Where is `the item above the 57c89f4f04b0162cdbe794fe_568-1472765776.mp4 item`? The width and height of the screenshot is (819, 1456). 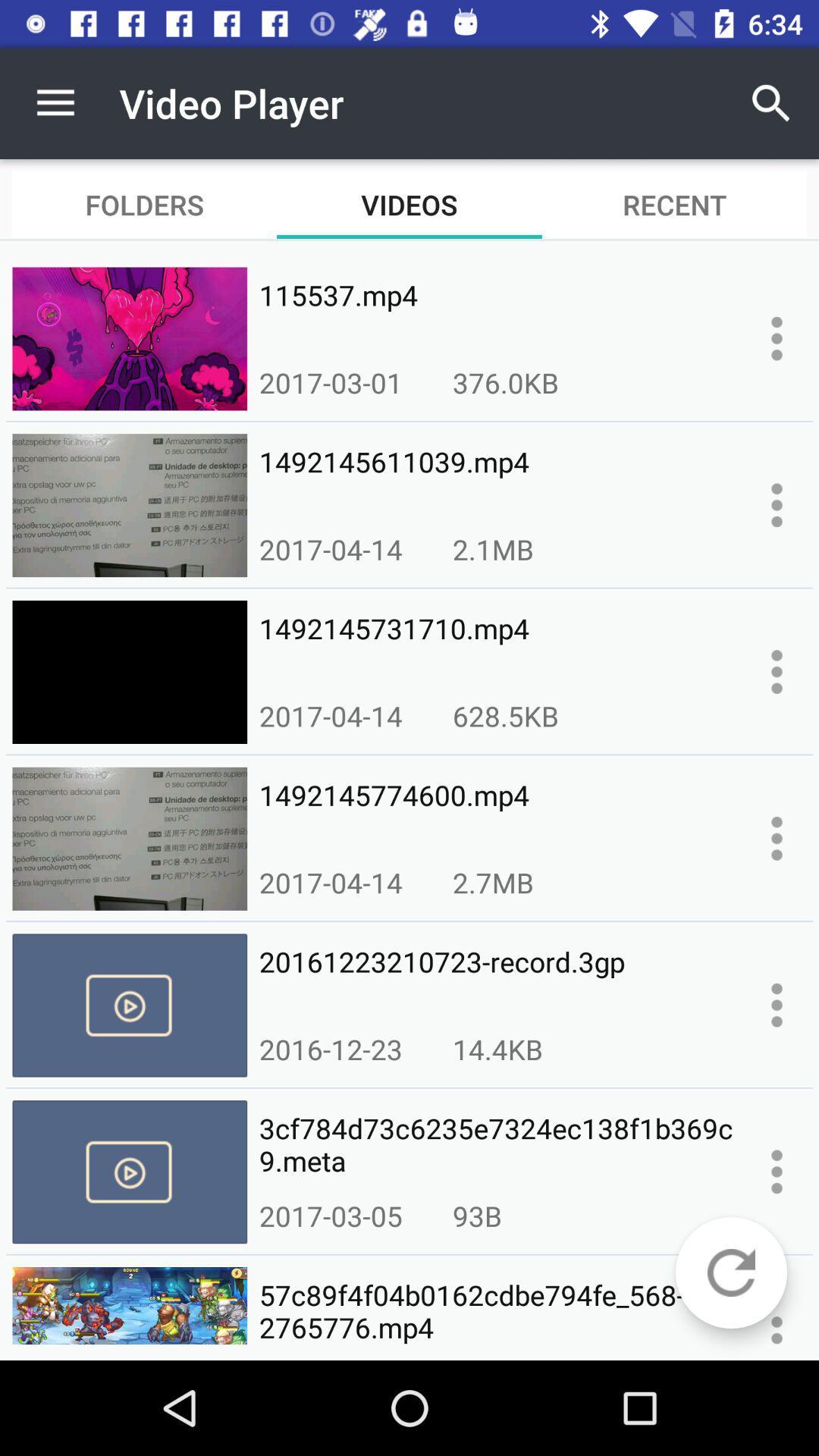 the item above the 57c89f4f04b0162cdbe794fe_568-1472765776.mp4 item is located at coordinates (476, 1216).